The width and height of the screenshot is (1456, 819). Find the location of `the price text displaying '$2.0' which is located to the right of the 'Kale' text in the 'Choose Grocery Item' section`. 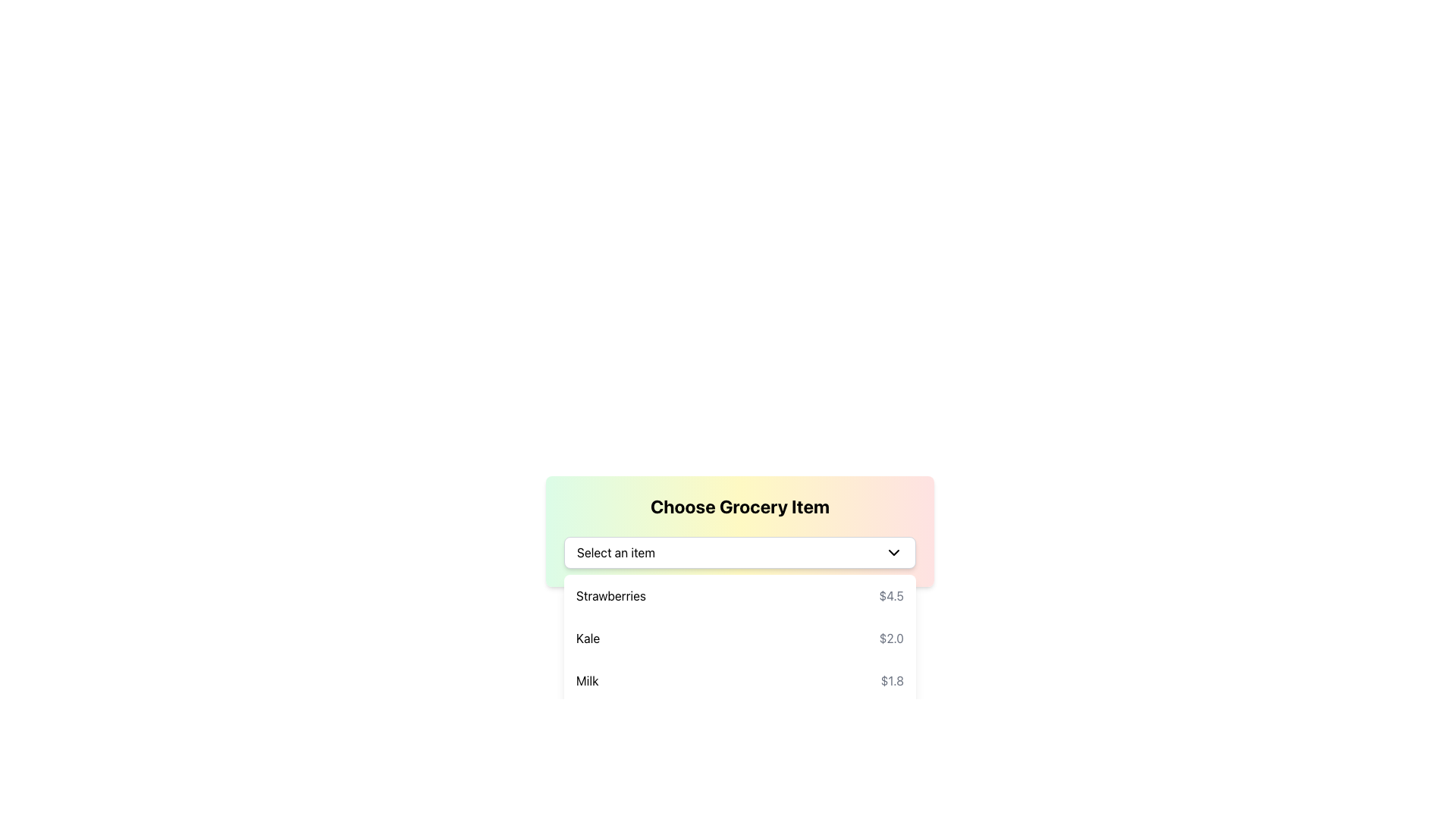

the price text displaying '$2.0' which is located to the right of the 'Kale' text in the 'Choose Grocery Item' section is located at coordinates (891, 638).